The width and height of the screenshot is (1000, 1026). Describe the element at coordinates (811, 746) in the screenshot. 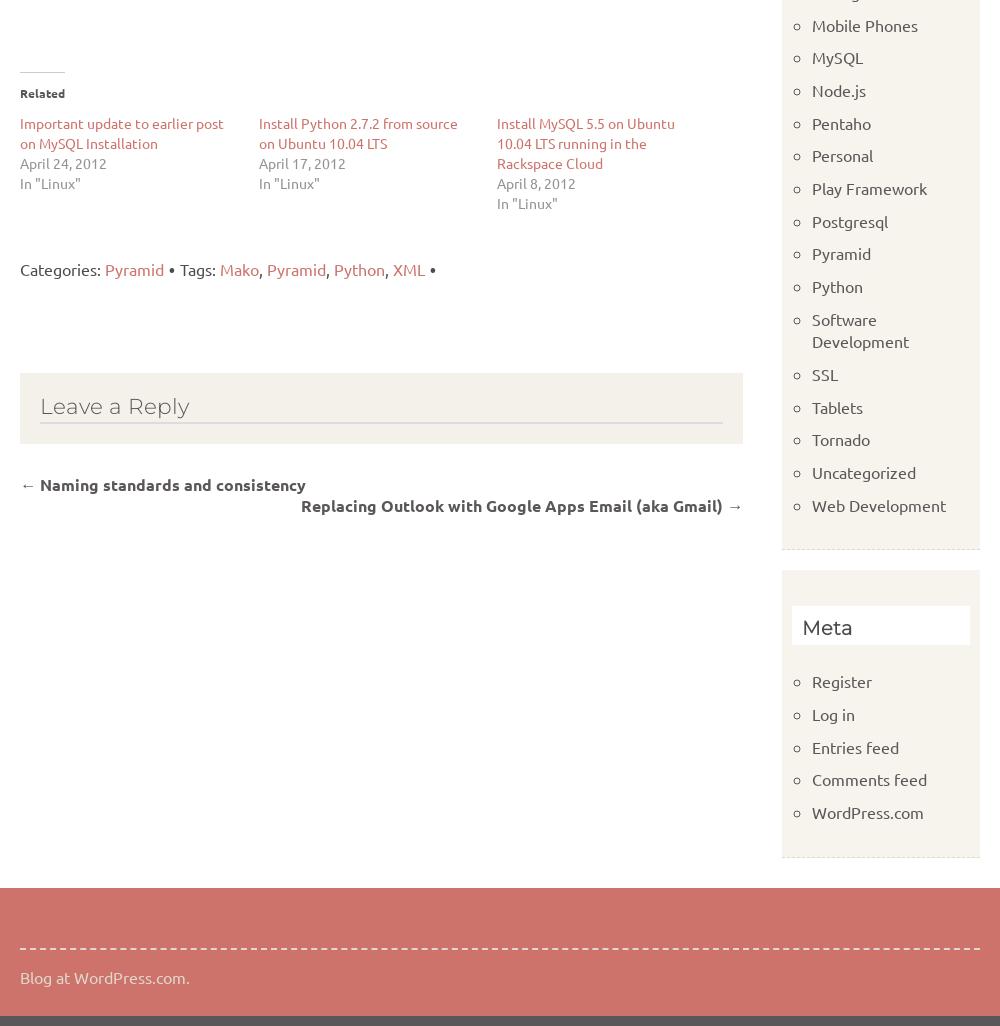

I see `'Entries feed'` at that location.